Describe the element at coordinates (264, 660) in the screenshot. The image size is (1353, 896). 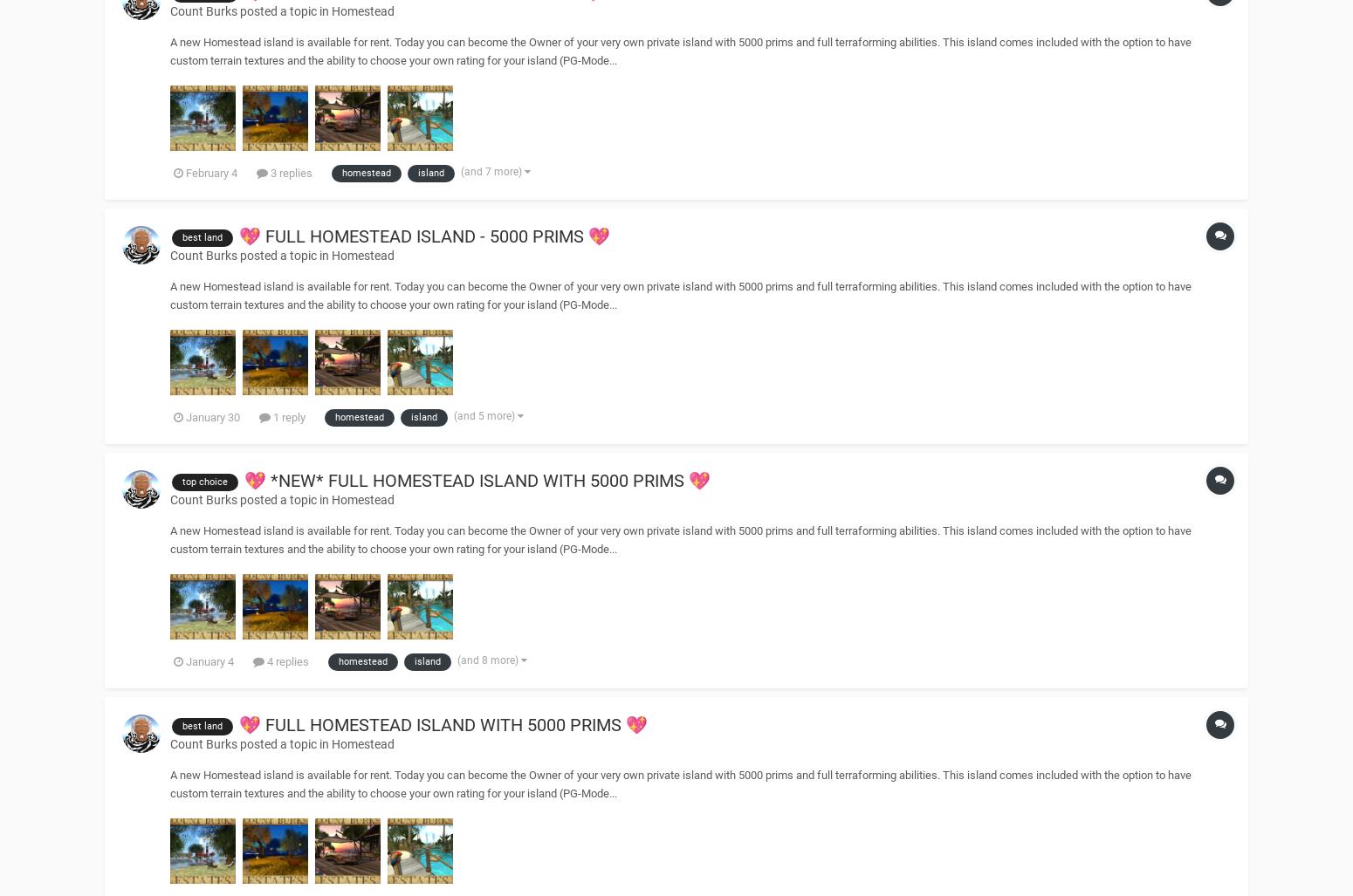
I see `'4 replies'` at that location.